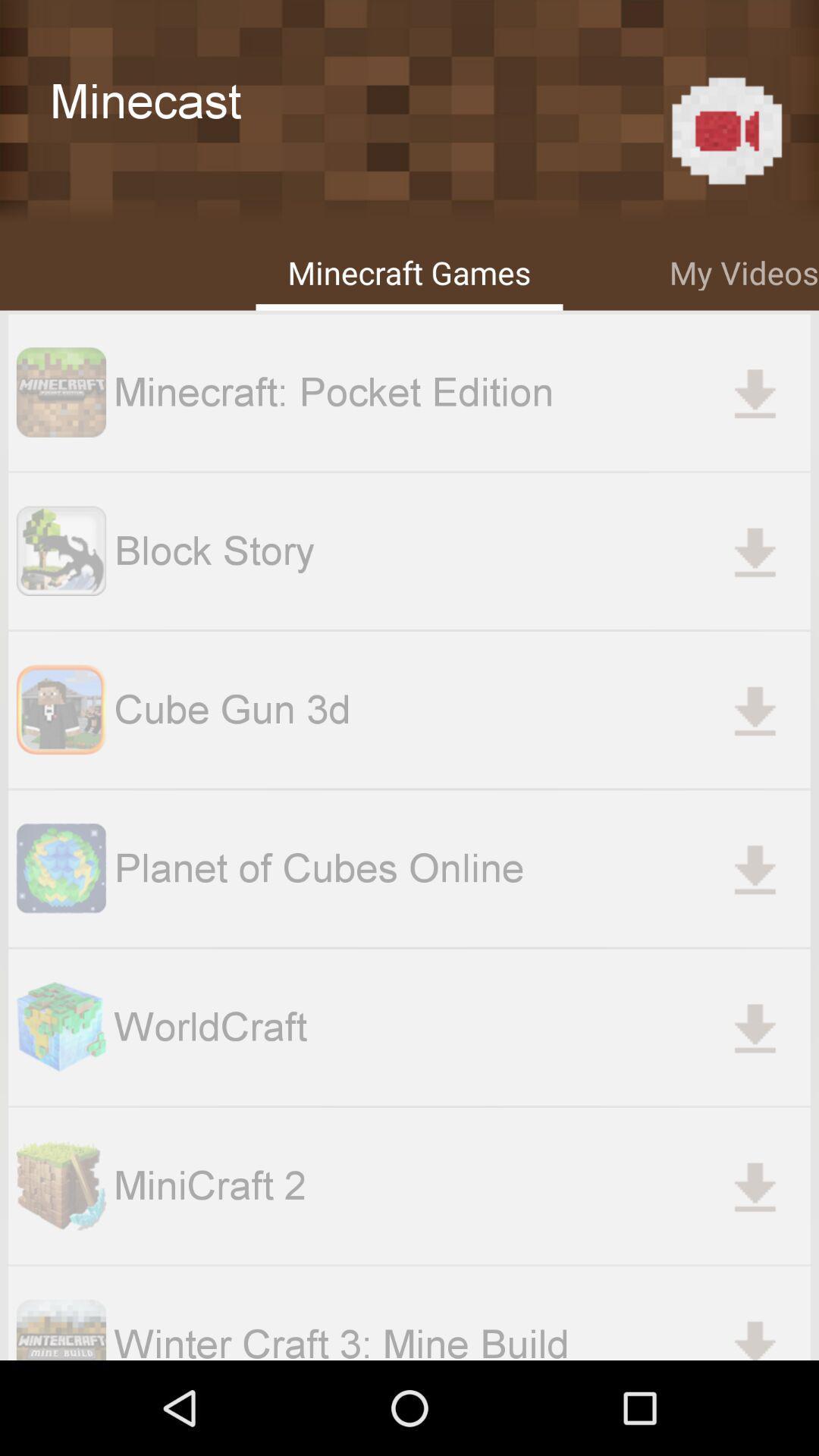 Image resolution: width=819 pixels, height=1456 pixels. What do you see at coordinates (743, 270) in the screenshot?
I see `my videos at the top right corner` at bounding box center [743, 270].